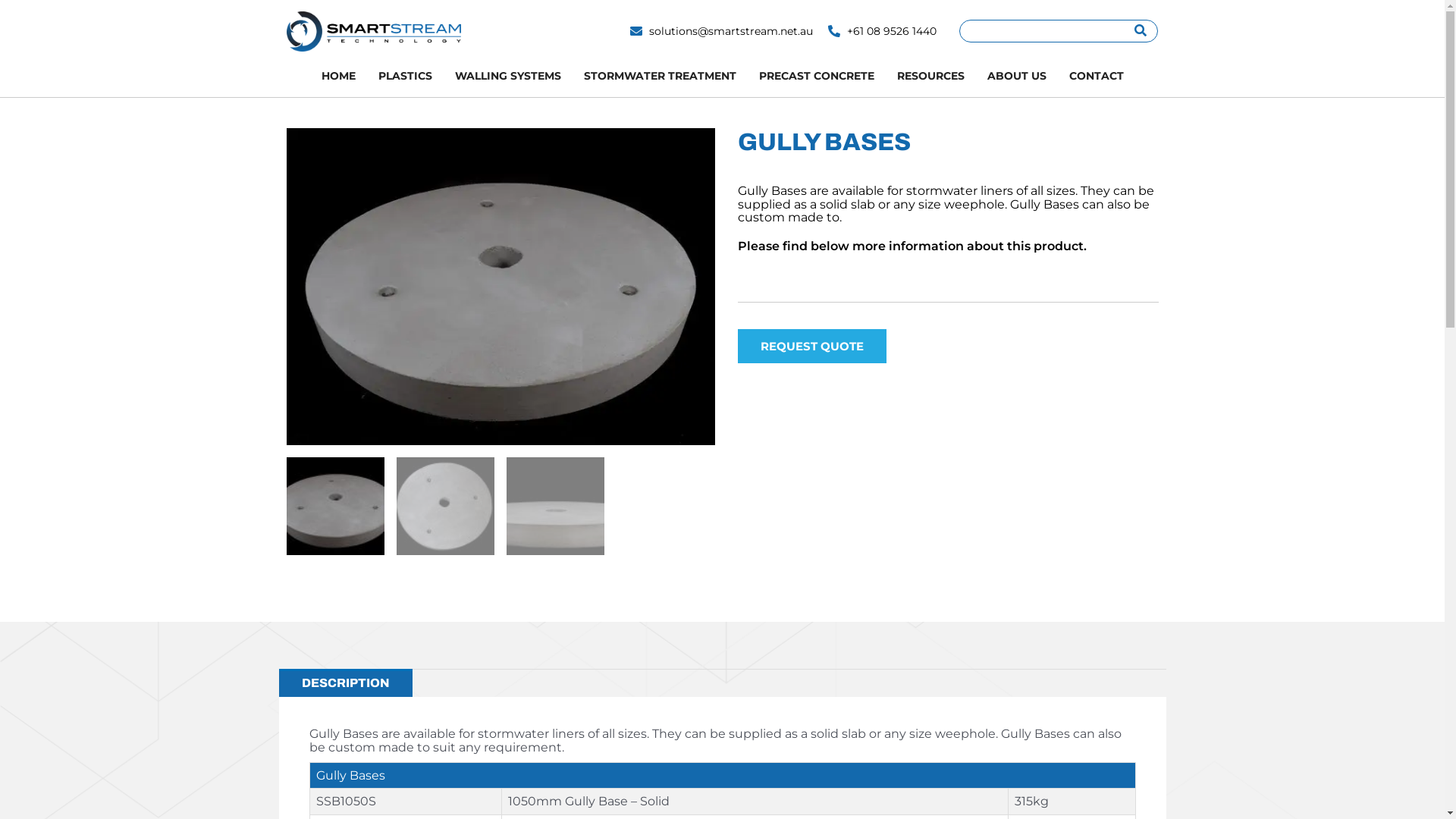  What do you see at coordinates (882, 31) in the screenshot?
I see `'+61 08 9526 1440'` at bounding box center [882, 31].